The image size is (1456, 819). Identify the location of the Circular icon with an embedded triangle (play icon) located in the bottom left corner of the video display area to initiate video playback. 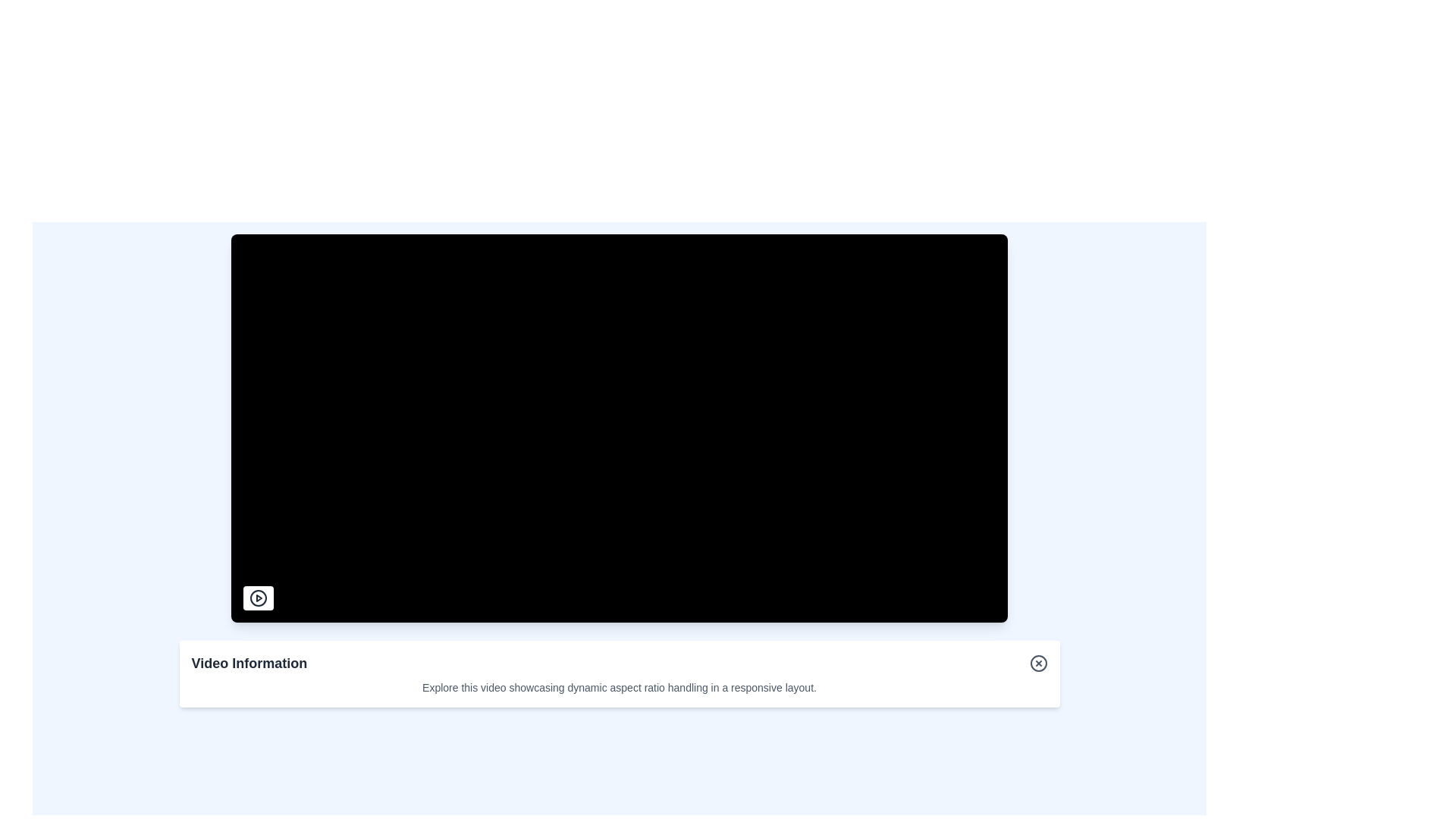
(258, 598).